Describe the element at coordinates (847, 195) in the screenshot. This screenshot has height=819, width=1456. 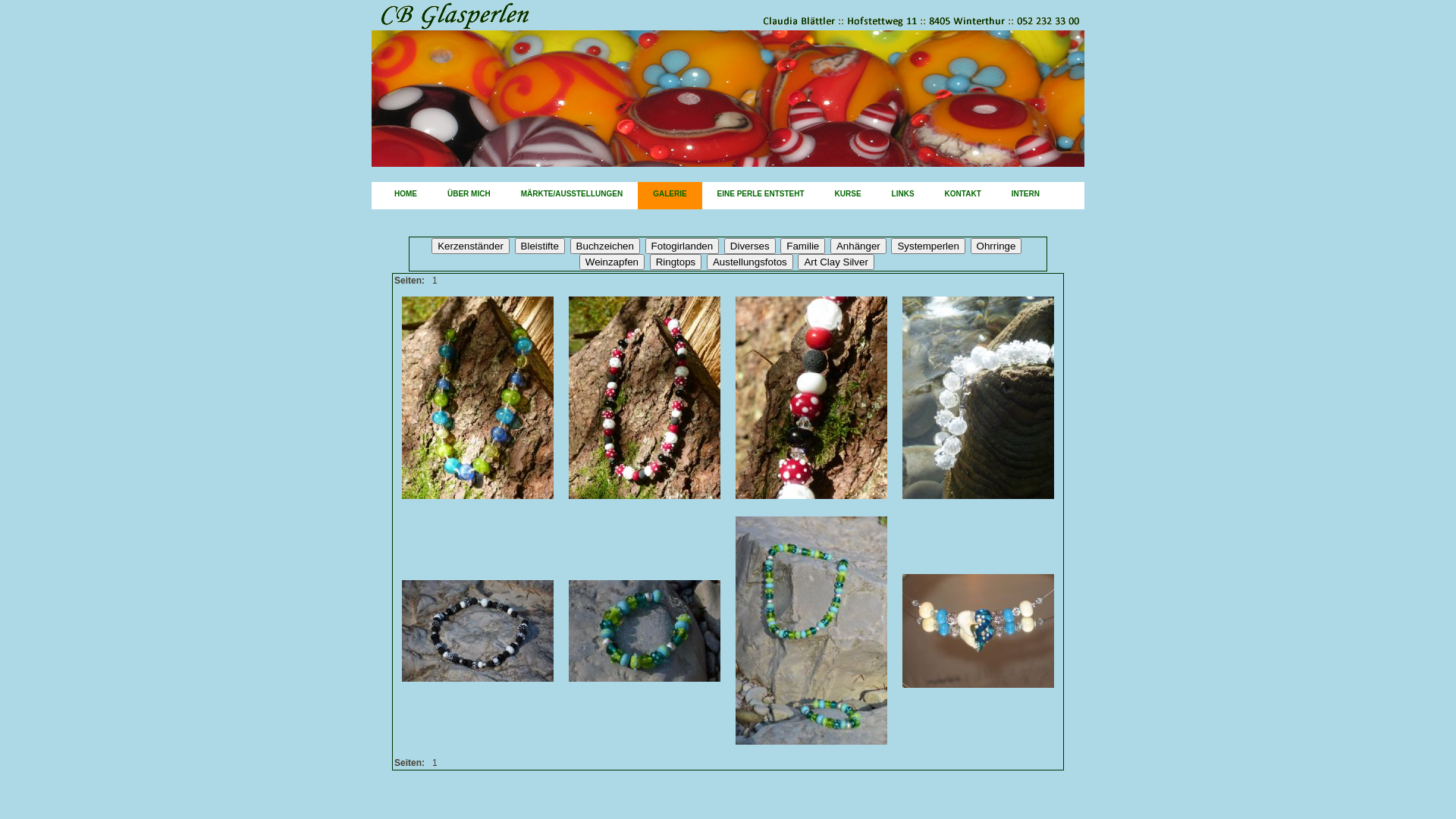
I see `'KURSE'` at that location.